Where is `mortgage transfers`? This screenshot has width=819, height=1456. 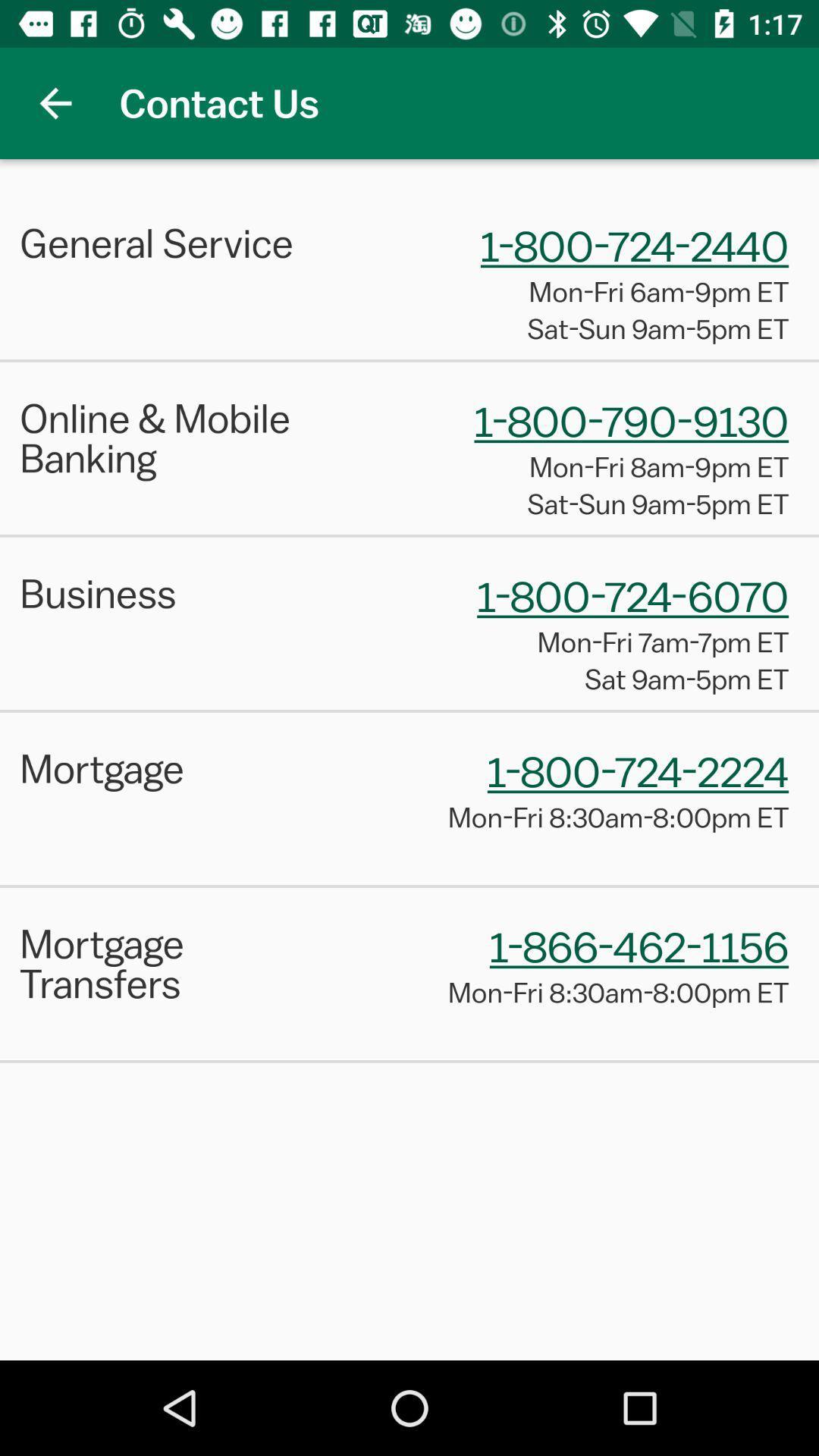
mortgage transfers is located at coordinates (178, 962).